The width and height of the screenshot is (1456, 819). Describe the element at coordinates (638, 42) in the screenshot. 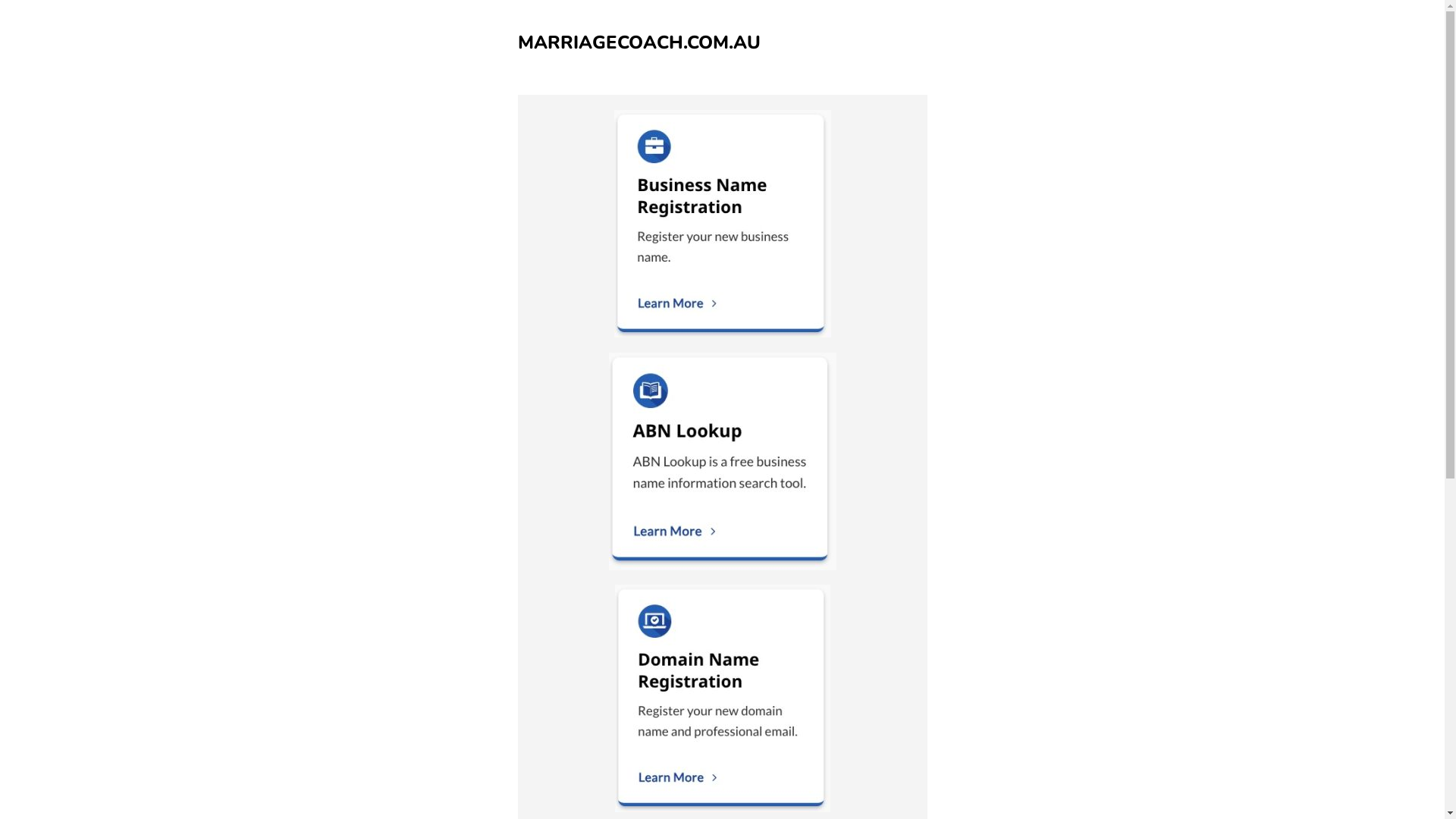

I see `'MARRIAGECOACH.COM.AU'` at that location.